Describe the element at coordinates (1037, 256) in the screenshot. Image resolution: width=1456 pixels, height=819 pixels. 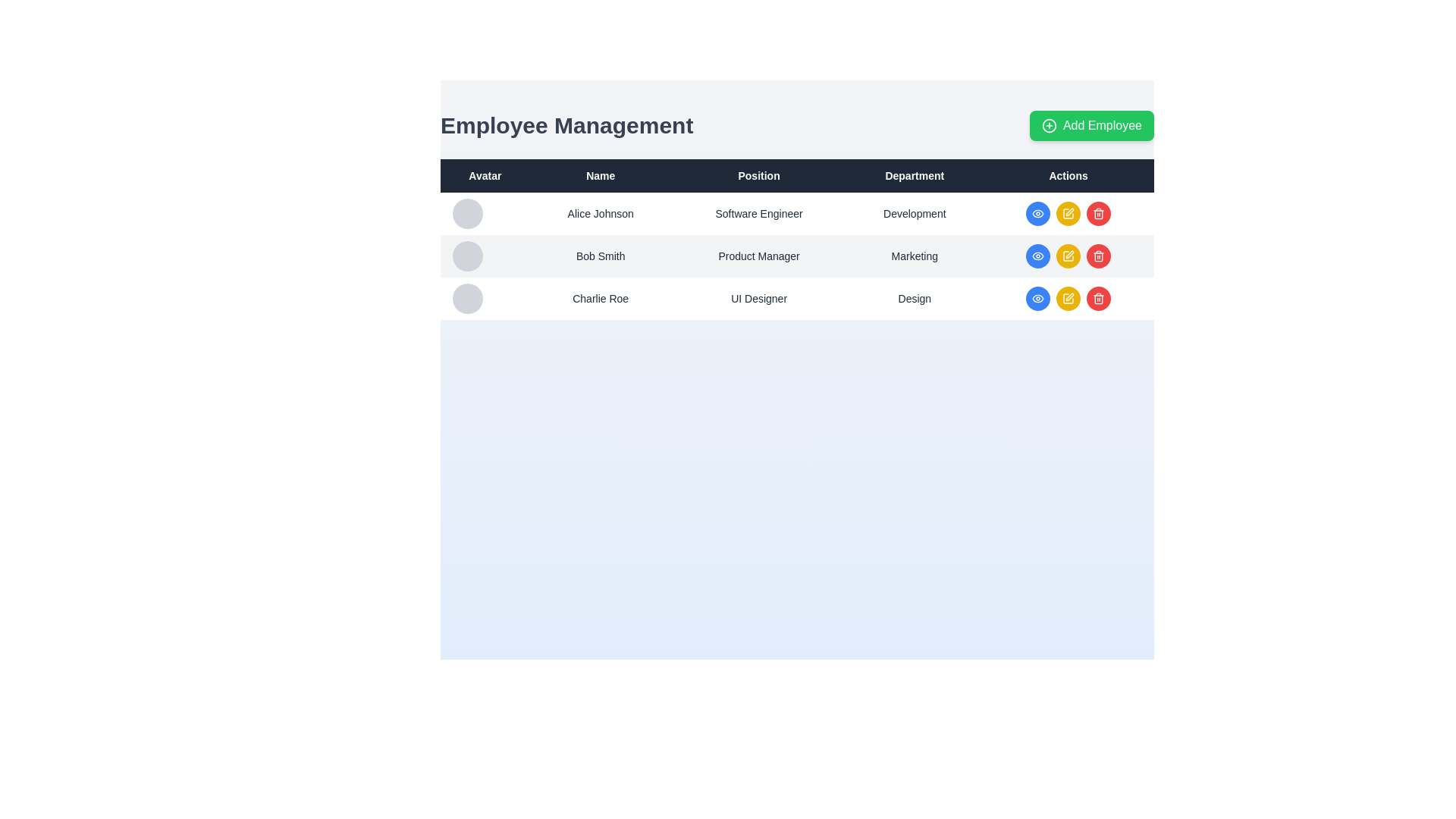
I see `the circular blue button with a white eye icon` at that location.